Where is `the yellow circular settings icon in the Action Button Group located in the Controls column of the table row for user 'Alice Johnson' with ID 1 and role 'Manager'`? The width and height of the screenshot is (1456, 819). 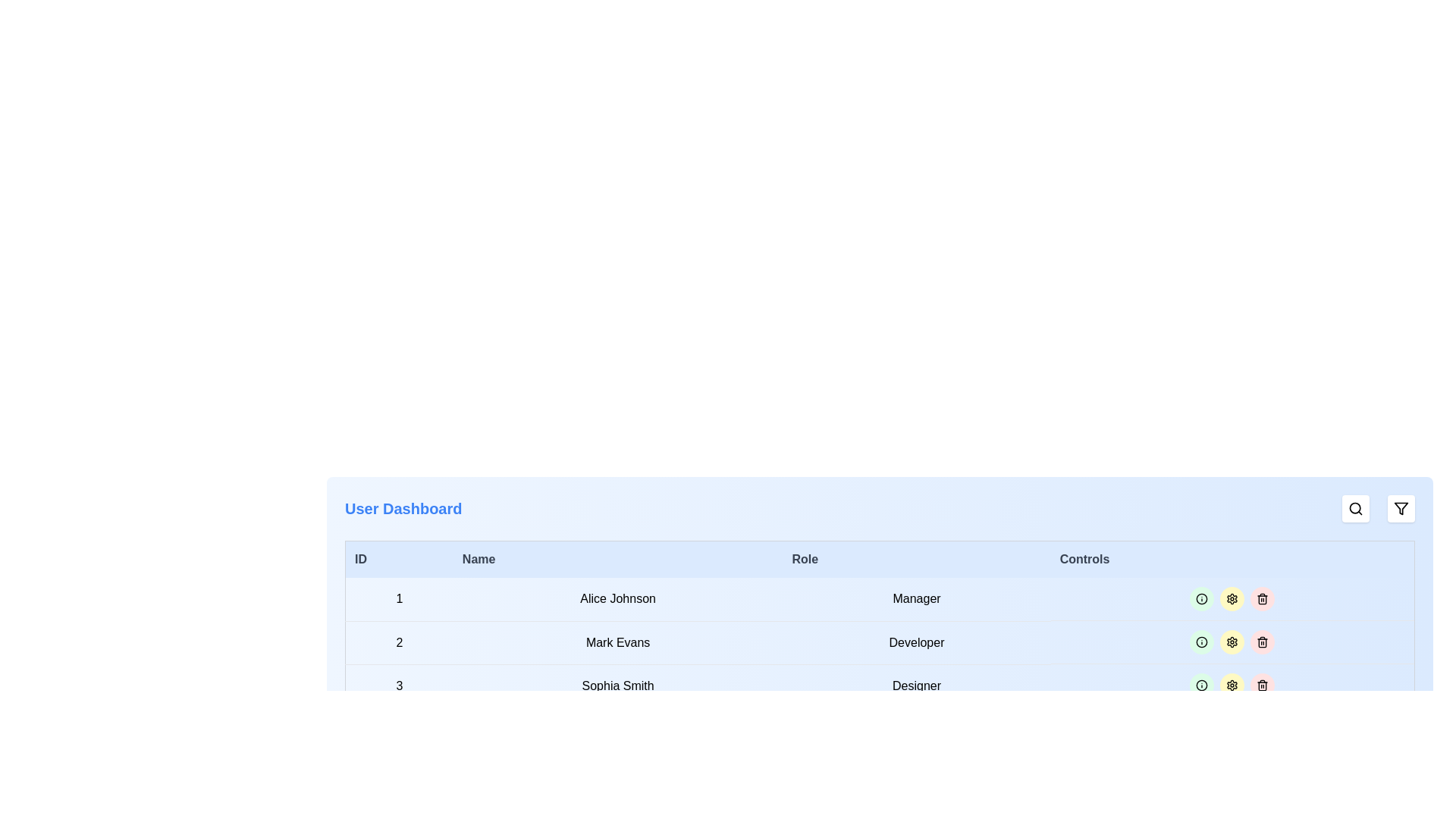
the yellow circular settings icon in the Action Button Group located in the Controls column of the table row for user 'Alice Johnson' with ID 1 and role 'Manager' is located at coordinates (1232, 598).